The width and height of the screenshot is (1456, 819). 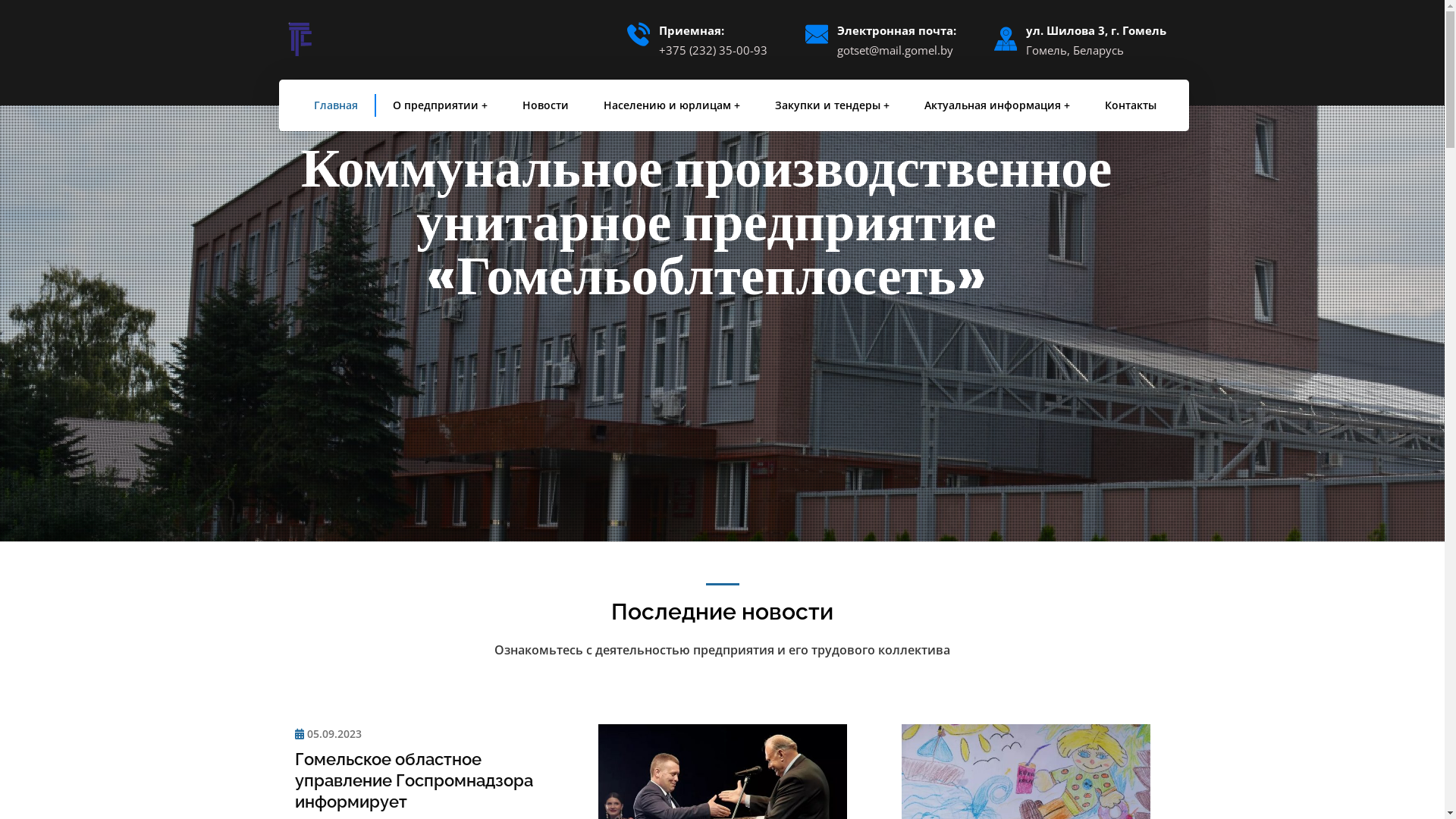 What do you see at coordinates (896, 49) in the screenshot?
I see `'gotset@mail.gomel.by'` at bounding box center [896, 49].